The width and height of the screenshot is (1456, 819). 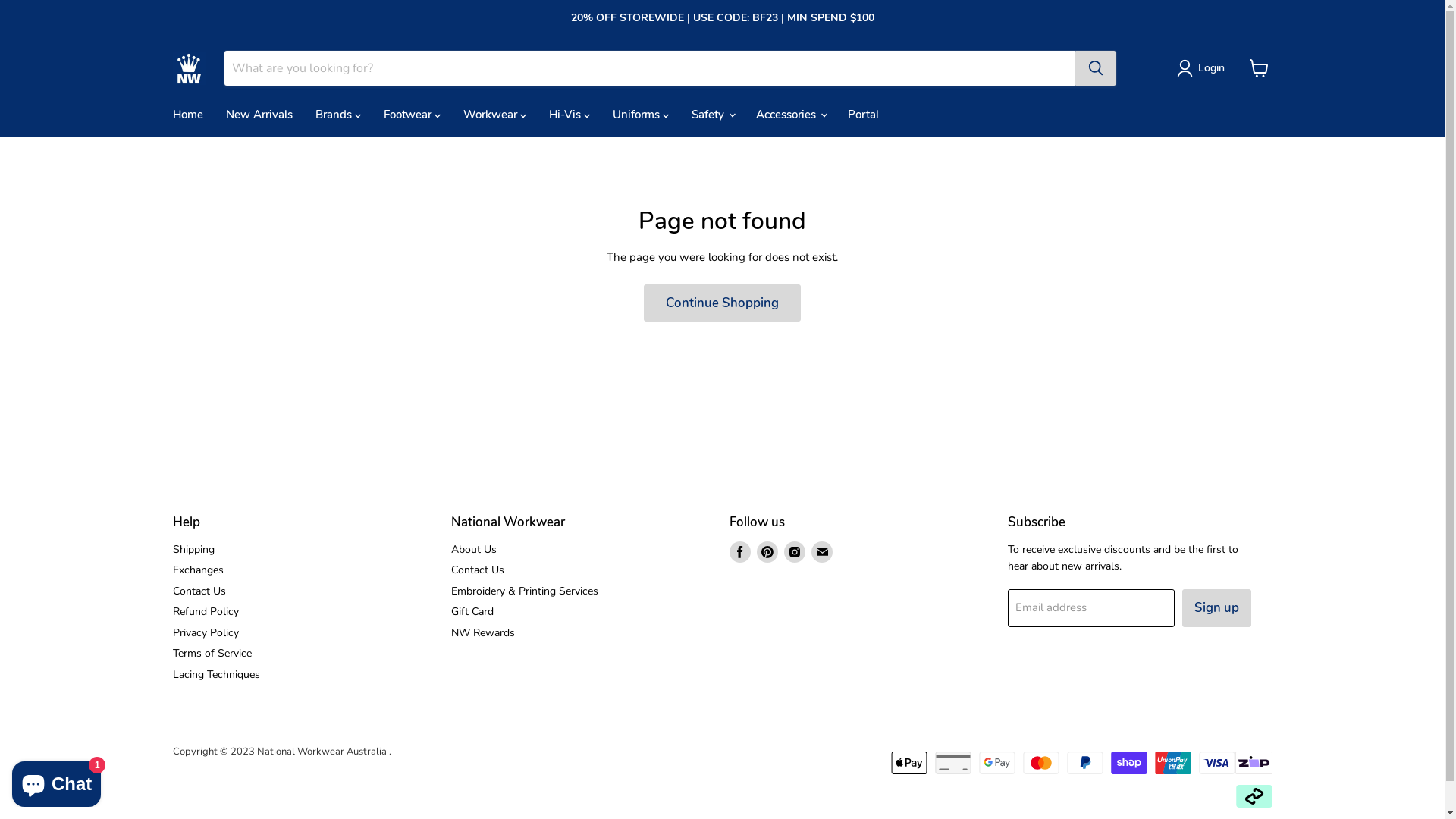 What do you see at coordinates (197, 570) in the screenshot?
I see `'Exchanges'` at bounding box center [197, 570].